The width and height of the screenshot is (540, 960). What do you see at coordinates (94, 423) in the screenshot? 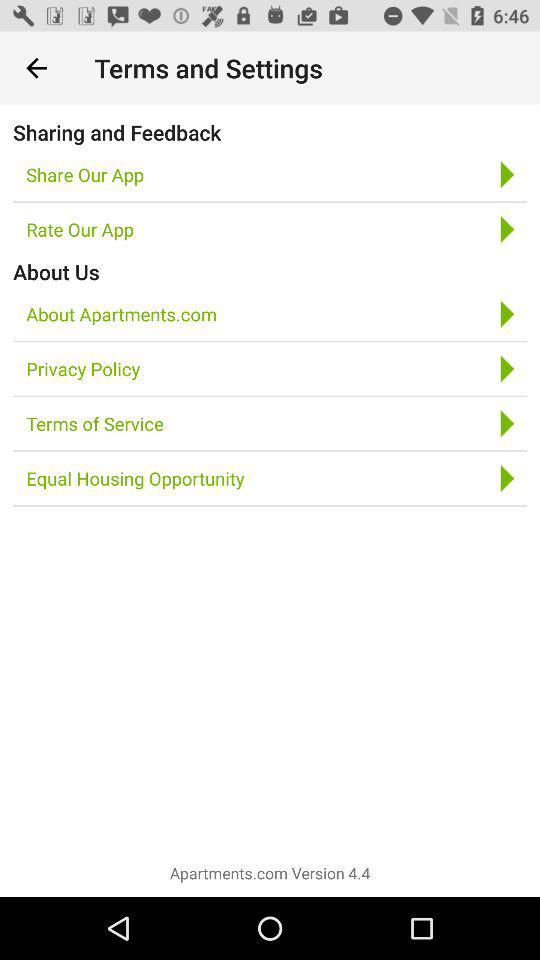
I see `the terms of service` at bounding box center [94, 423].